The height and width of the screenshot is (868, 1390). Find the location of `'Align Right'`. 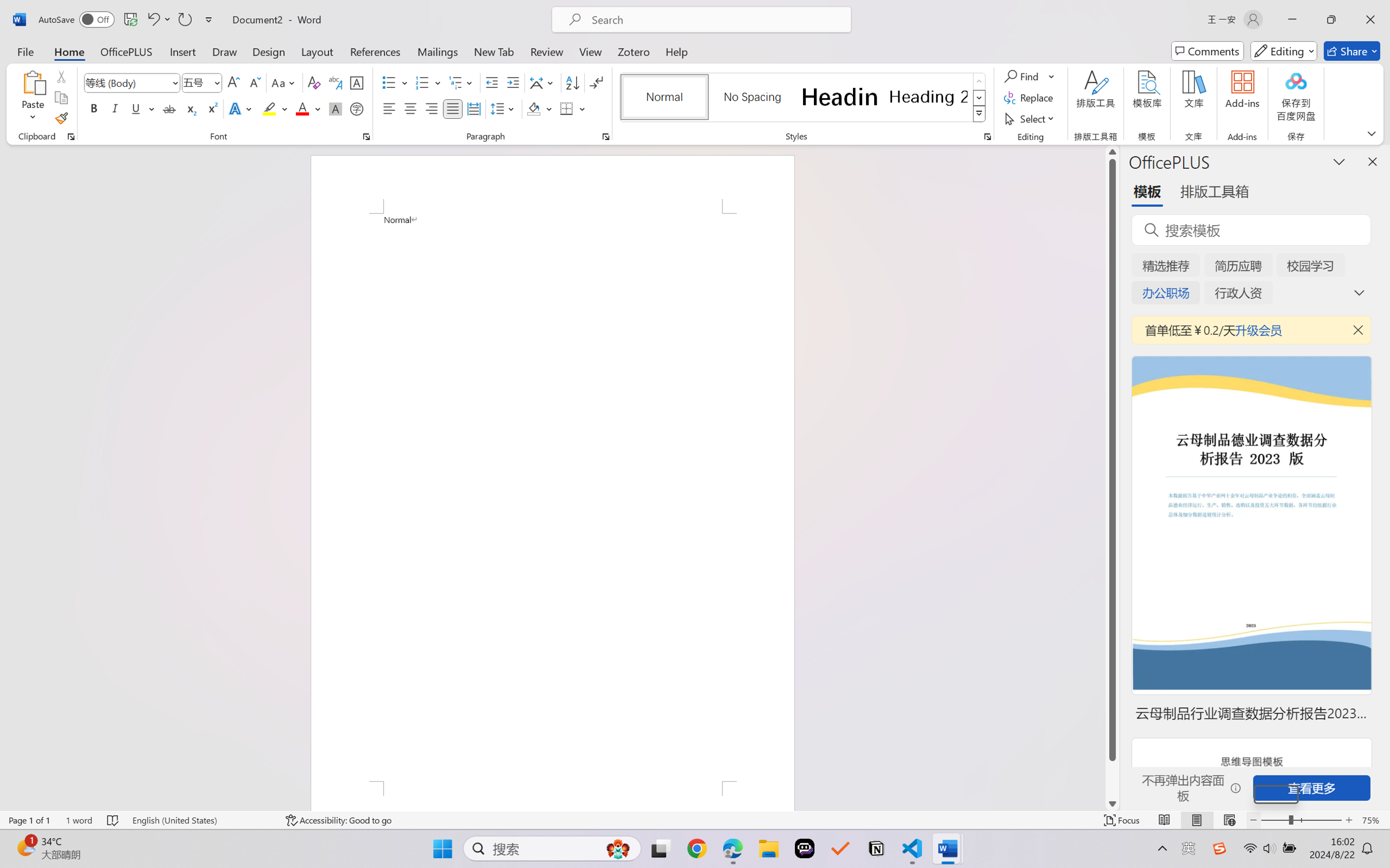

'Align Right' is located at coordinates (432, 108).